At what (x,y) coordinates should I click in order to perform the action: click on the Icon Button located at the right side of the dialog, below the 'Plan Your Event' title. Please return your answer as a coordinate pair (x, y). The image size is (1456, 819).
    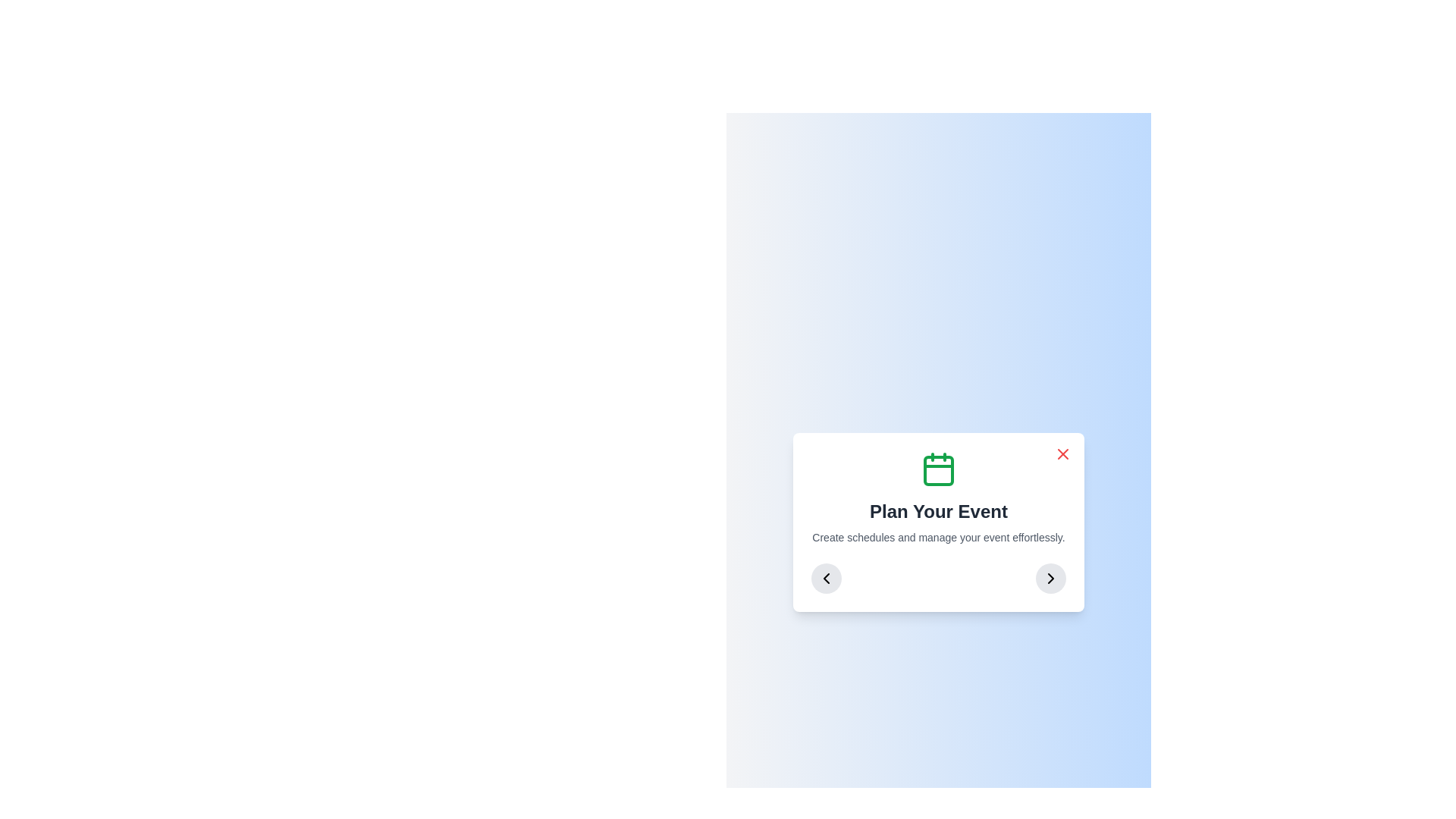
    Looking at the image, I should click on (1050, 579).